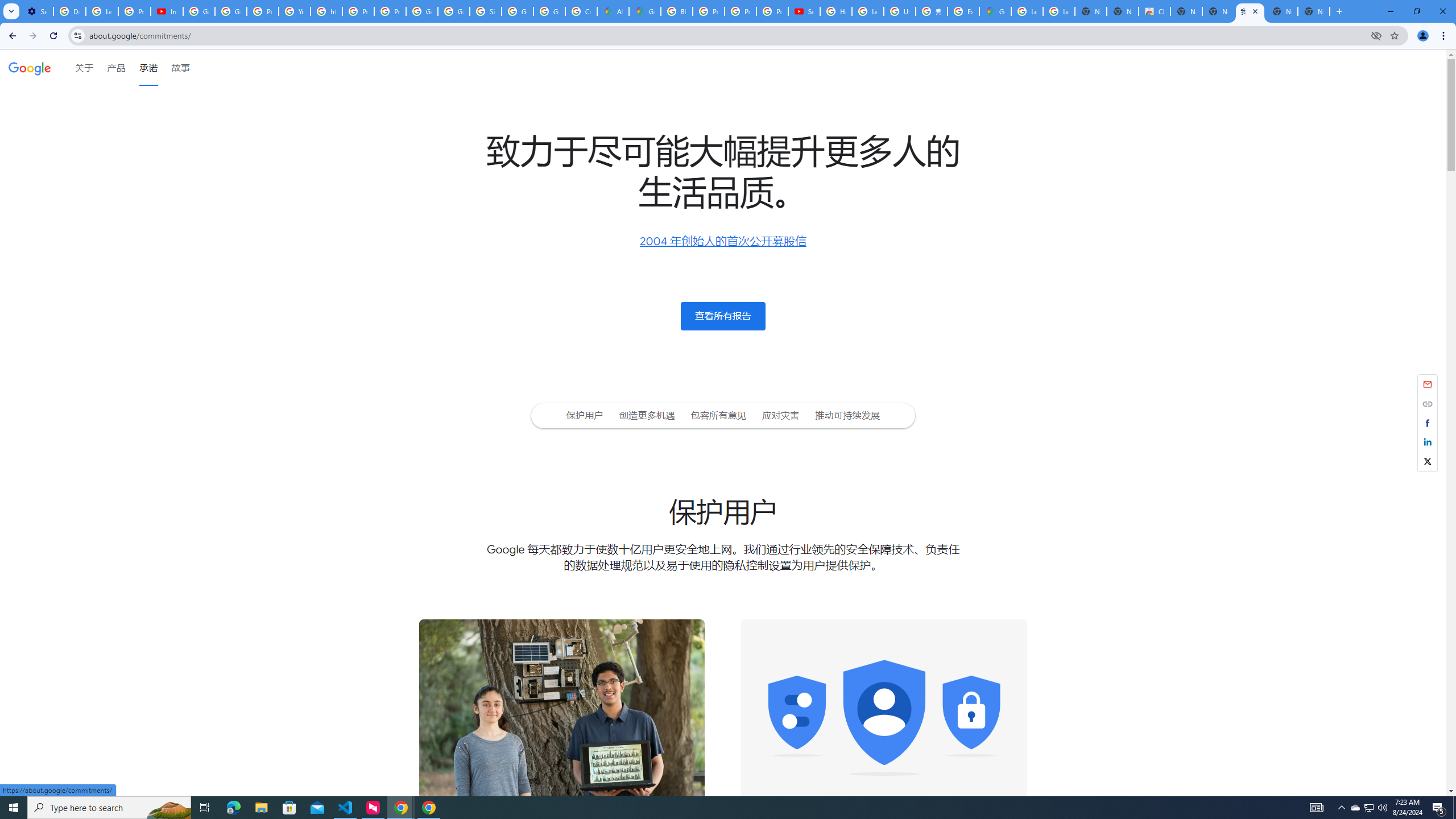  I want to click on 'YouTube', so click(294, 11).